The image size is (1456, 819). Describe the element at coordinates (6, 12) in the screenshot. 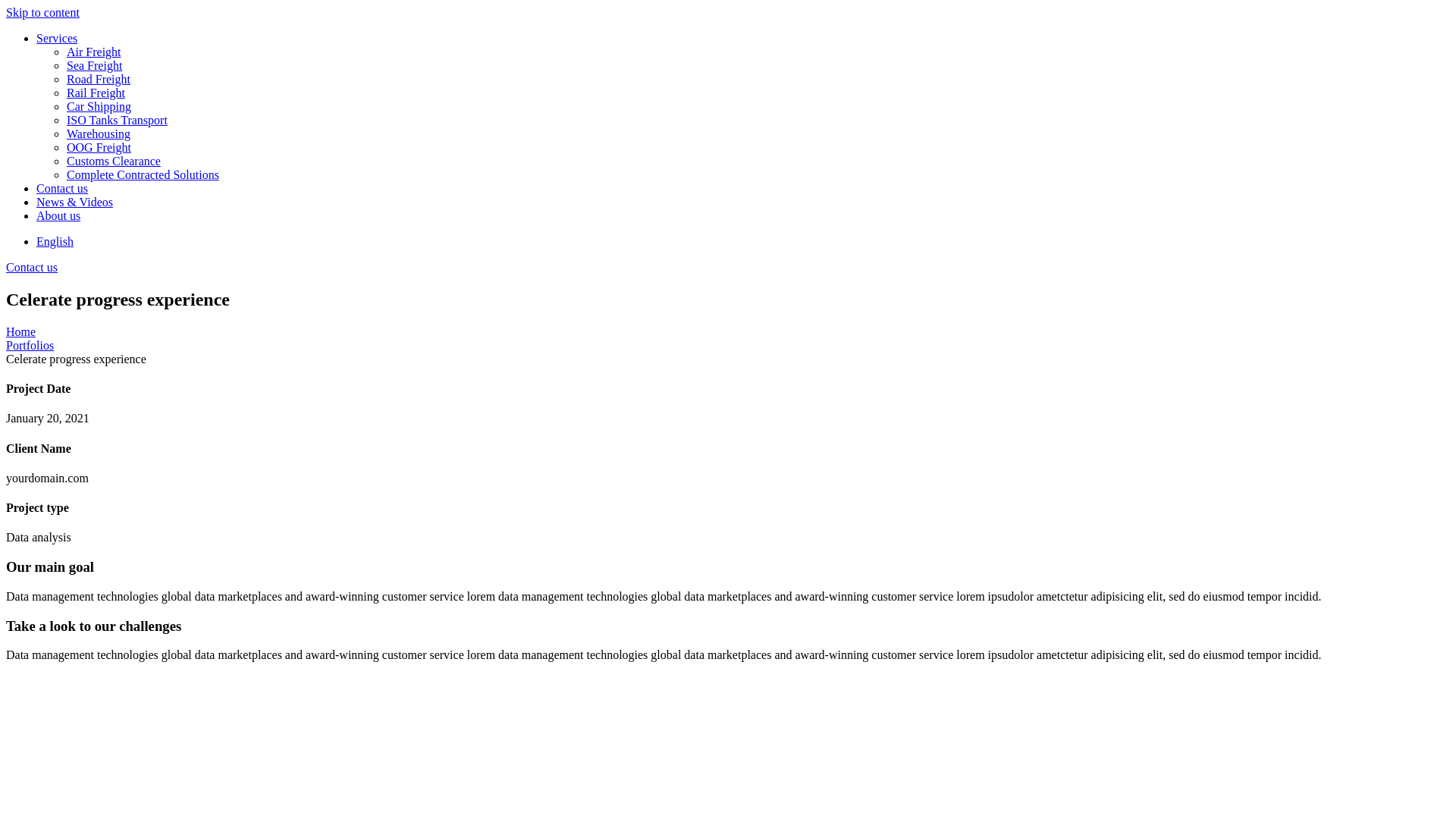

I see `'Skip to content'` at that location.